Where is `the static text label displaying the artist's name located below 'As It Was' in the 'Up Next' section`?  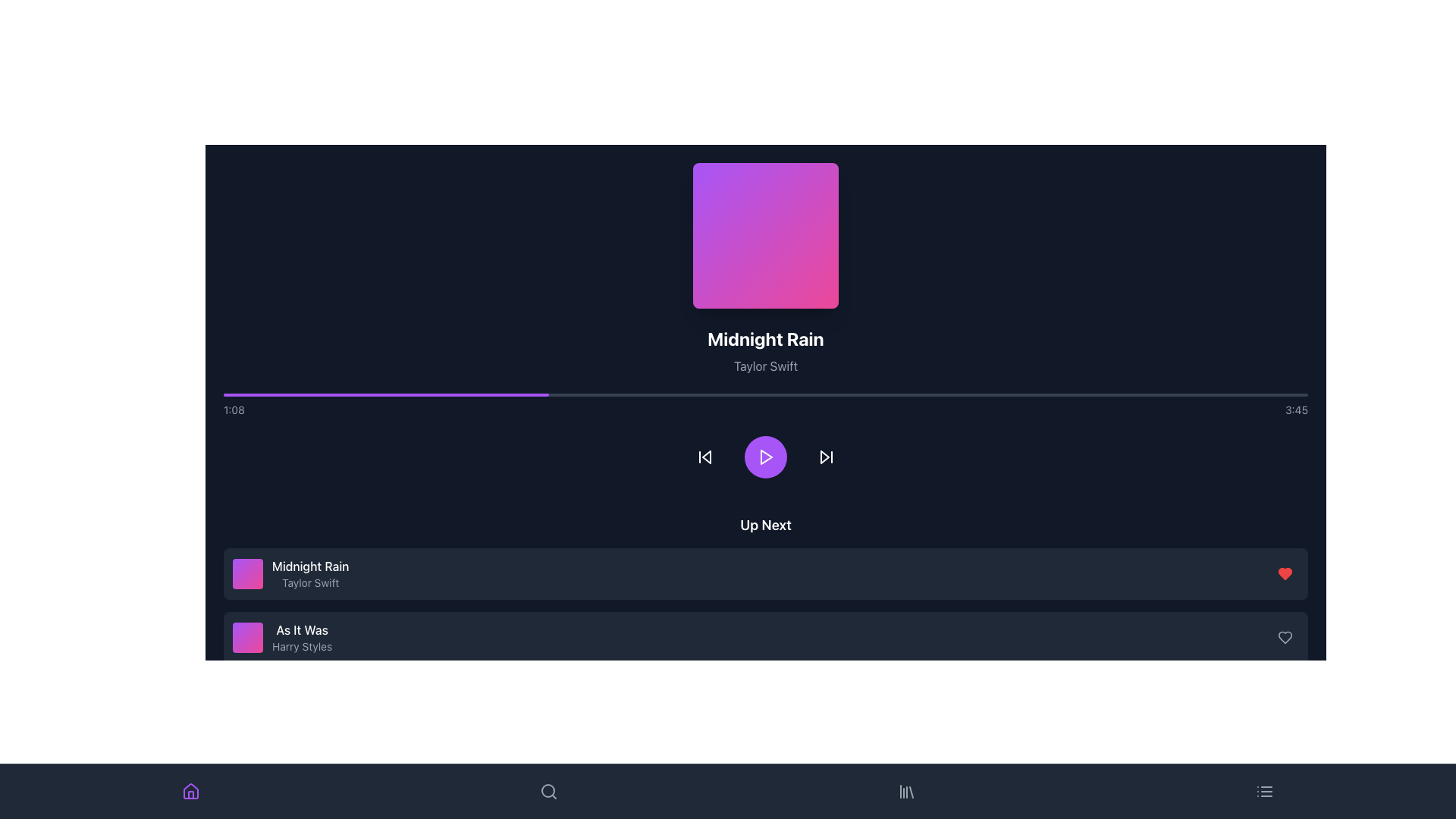 the static text label displaying the artist's name located below 'As It Was' in the 'Up Next' section is located at coordinates (302, 646).